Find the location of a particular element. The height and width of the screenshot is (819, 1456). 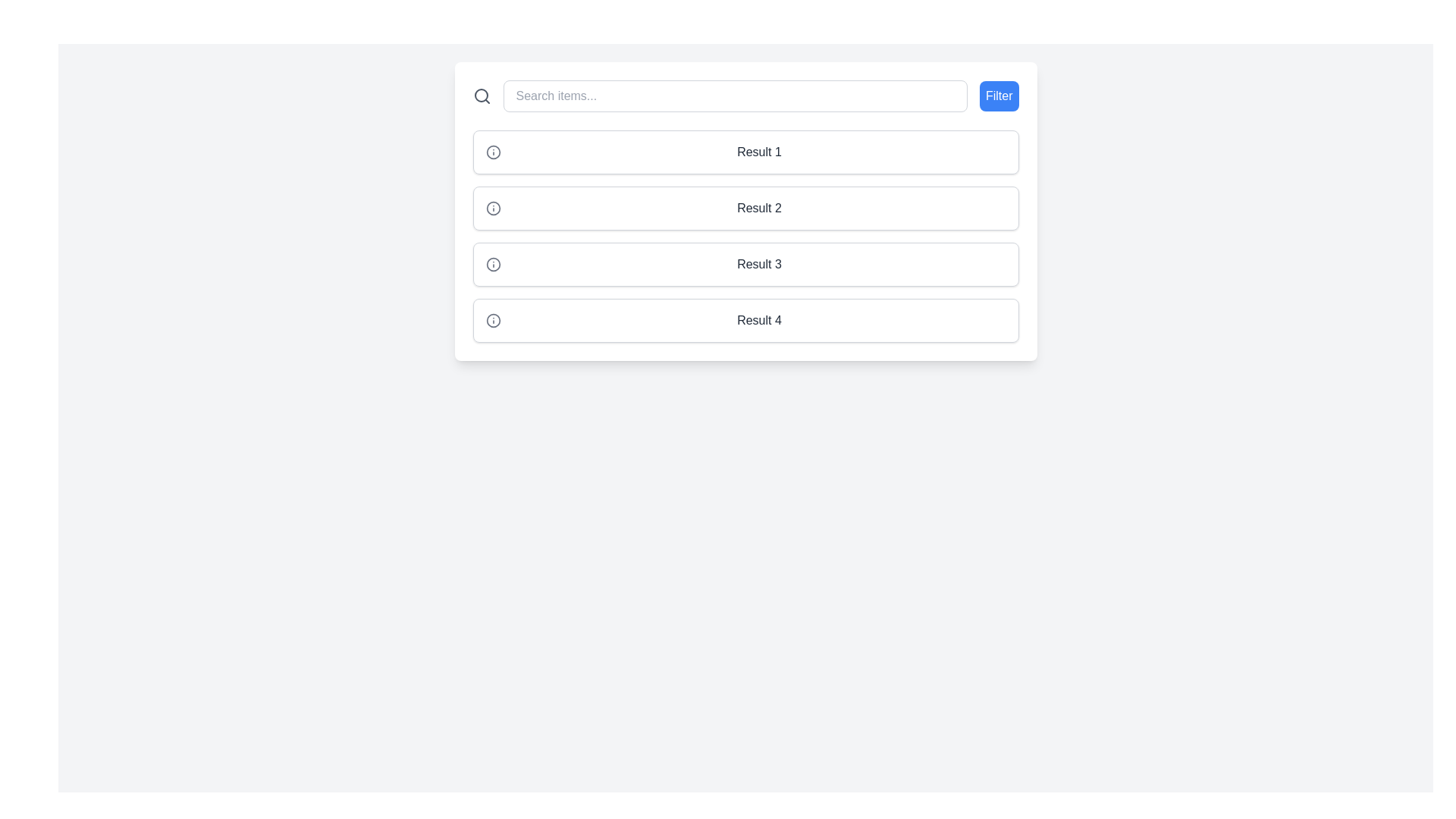

the first circular graphical shape (SVG component) that is part of an icon, styled in gray, located to the left of the fourth result item in a vertically stacked list is located at coordinates (493, 320).